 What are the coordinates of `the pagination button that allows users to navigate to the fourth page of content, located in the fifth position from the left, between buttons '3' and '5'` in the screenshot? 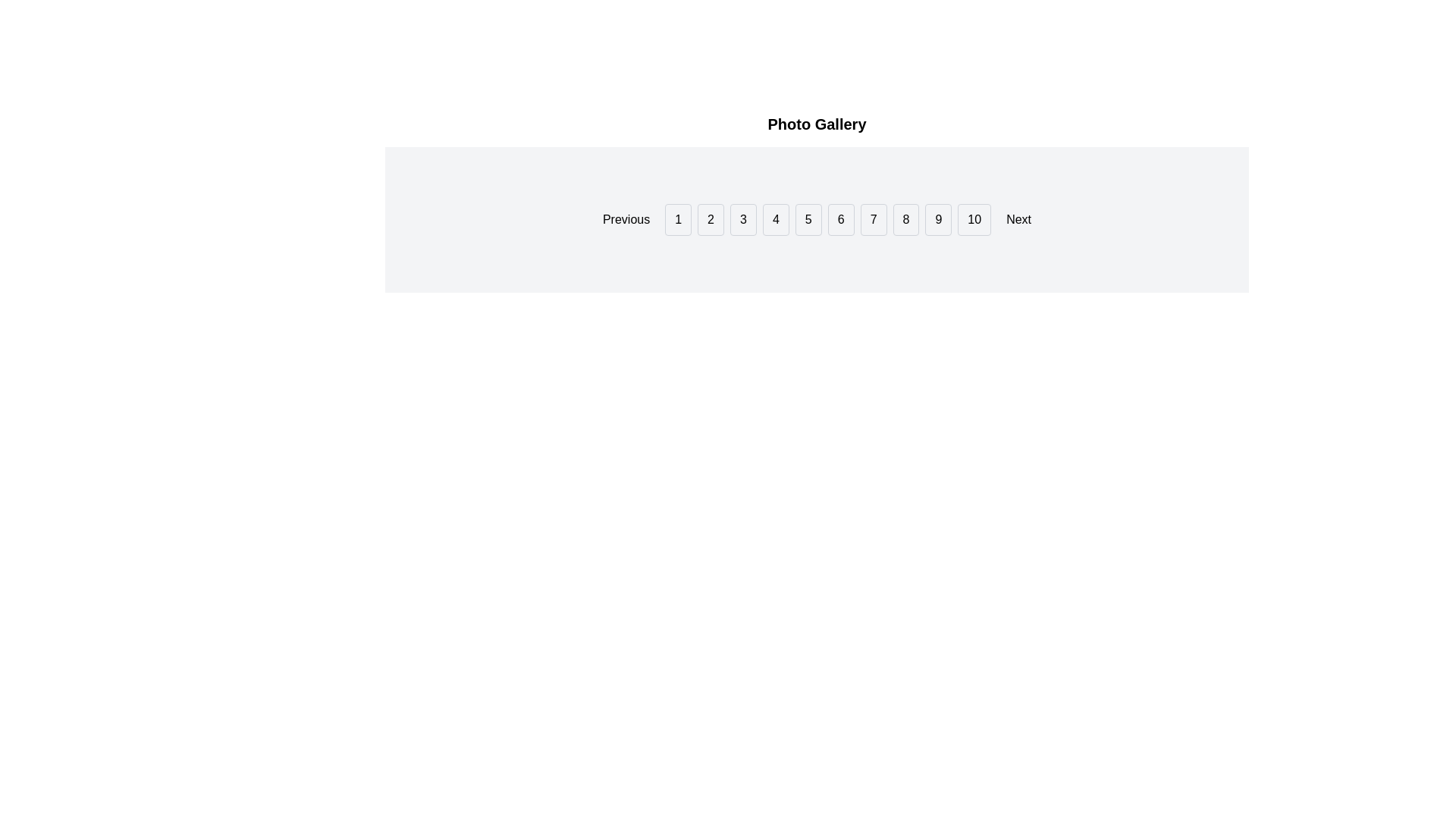 It's located at (776, 219).